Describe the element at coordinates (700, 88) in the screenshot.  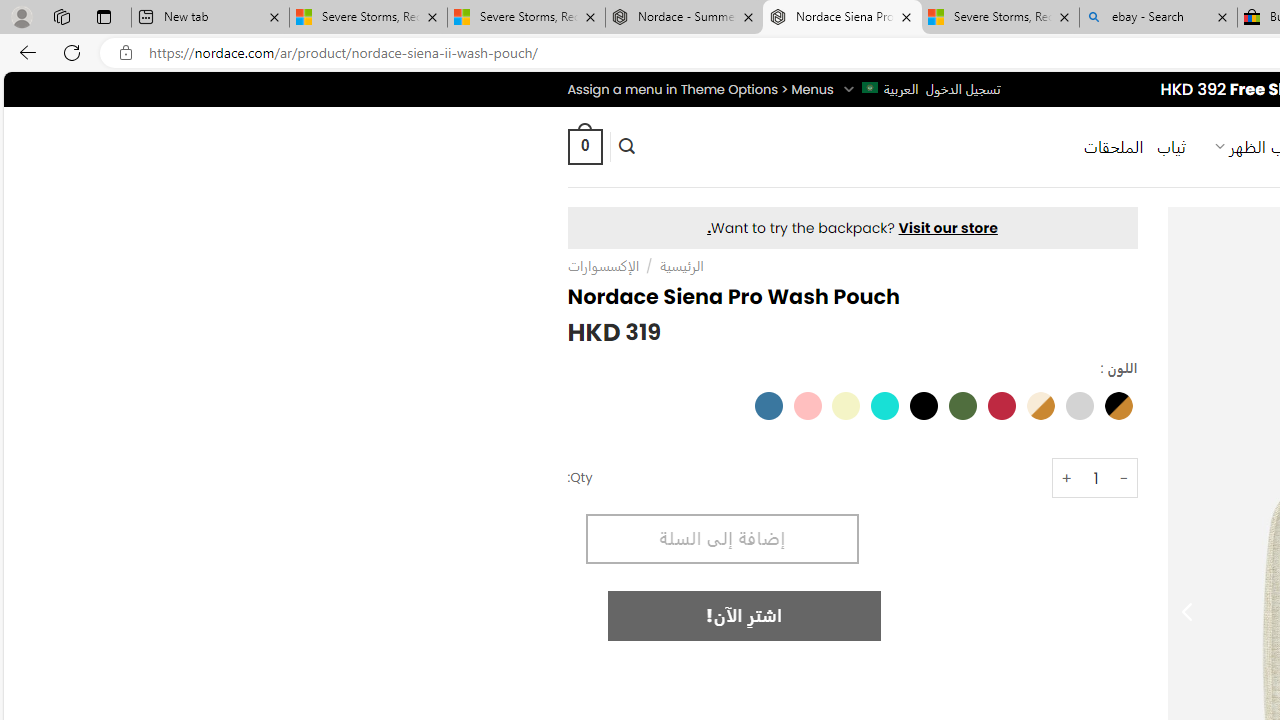
I see `'Assign a menu in Theme Options > Menus'` at that location.